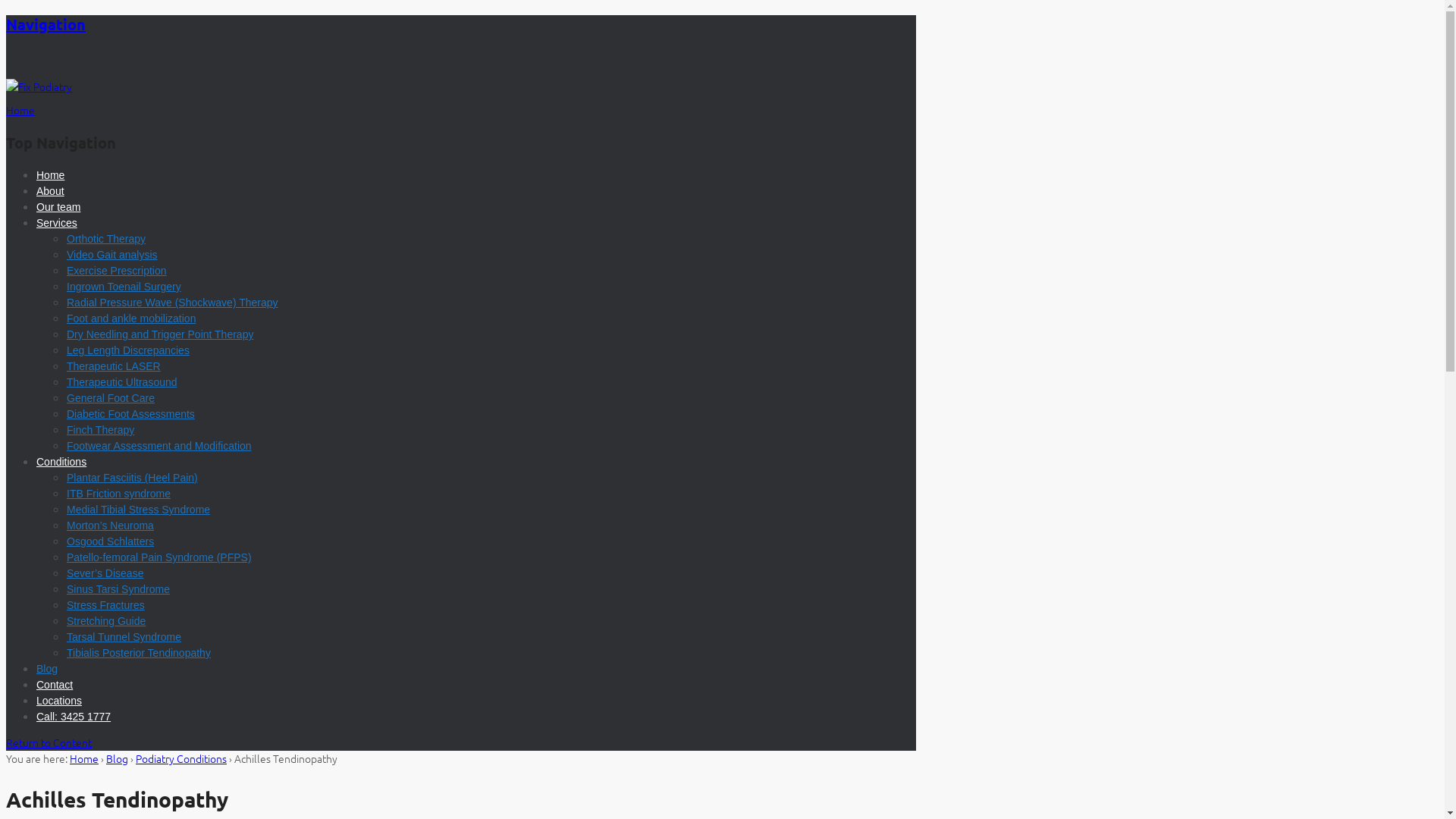 The height and width of the screenshot is (819, 1456). I want to click on 'Locations', so click(58, 701).